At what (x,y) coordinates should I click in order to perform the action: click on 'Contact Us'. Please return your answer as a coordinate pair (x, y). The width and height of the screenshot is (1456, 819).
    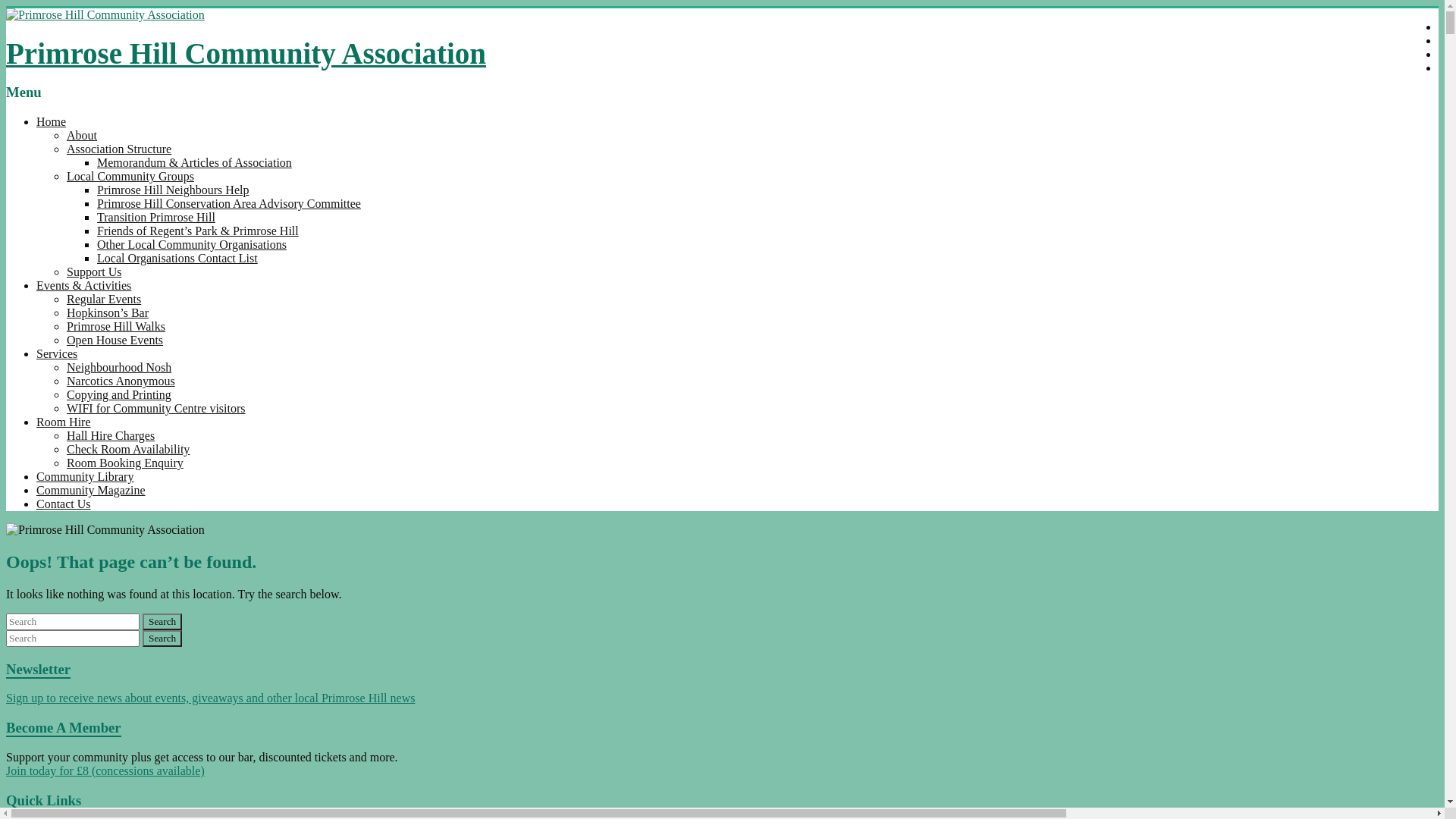
    Looking at the image, I should click on (62, 504).